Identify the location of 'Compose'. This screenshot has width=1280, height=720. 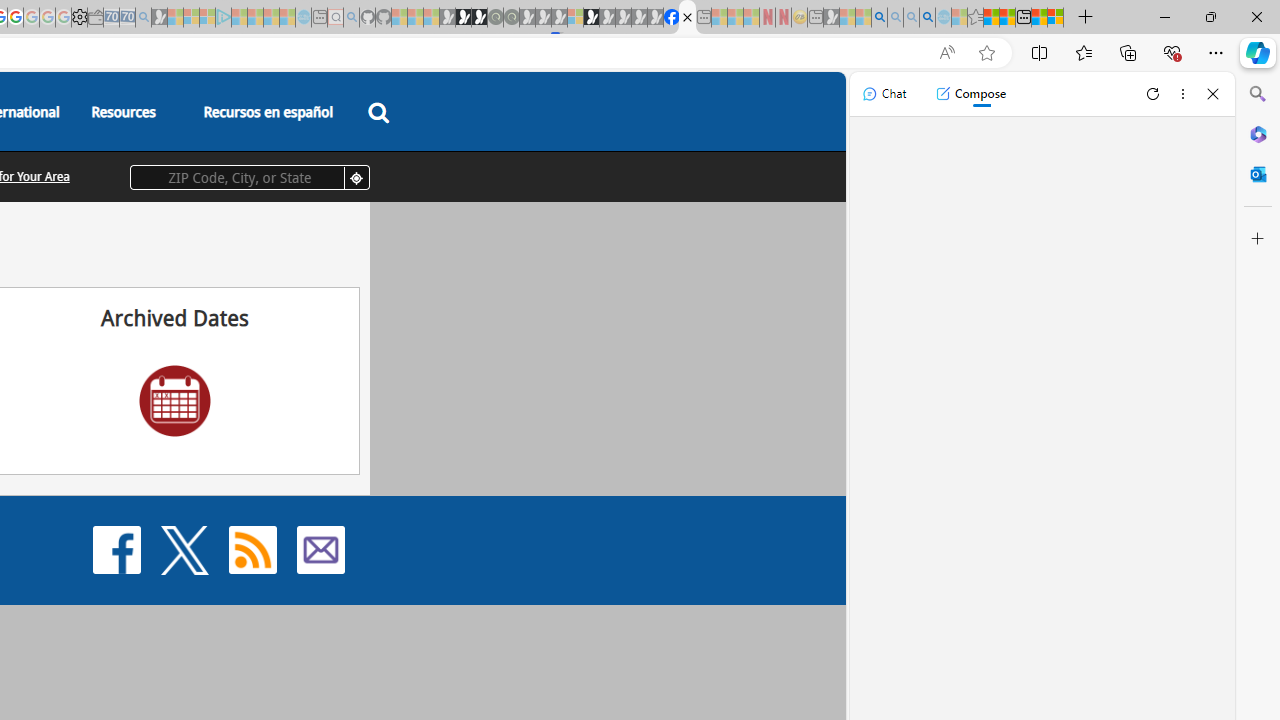
(970, 93).